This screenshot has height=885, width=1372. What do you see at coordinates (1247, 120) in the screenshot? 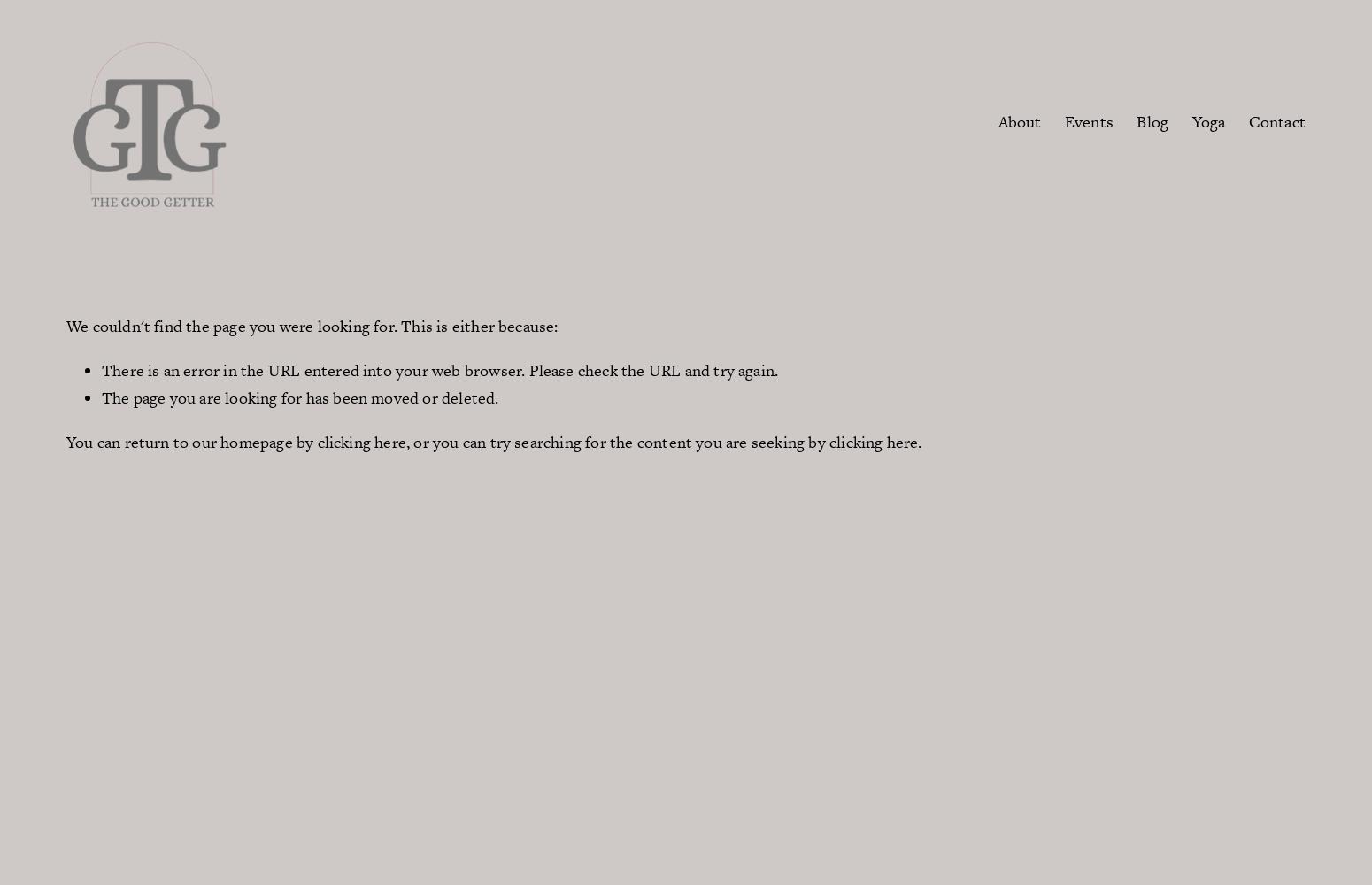
I see `'Contact'` at bounding box center [1247, 120].